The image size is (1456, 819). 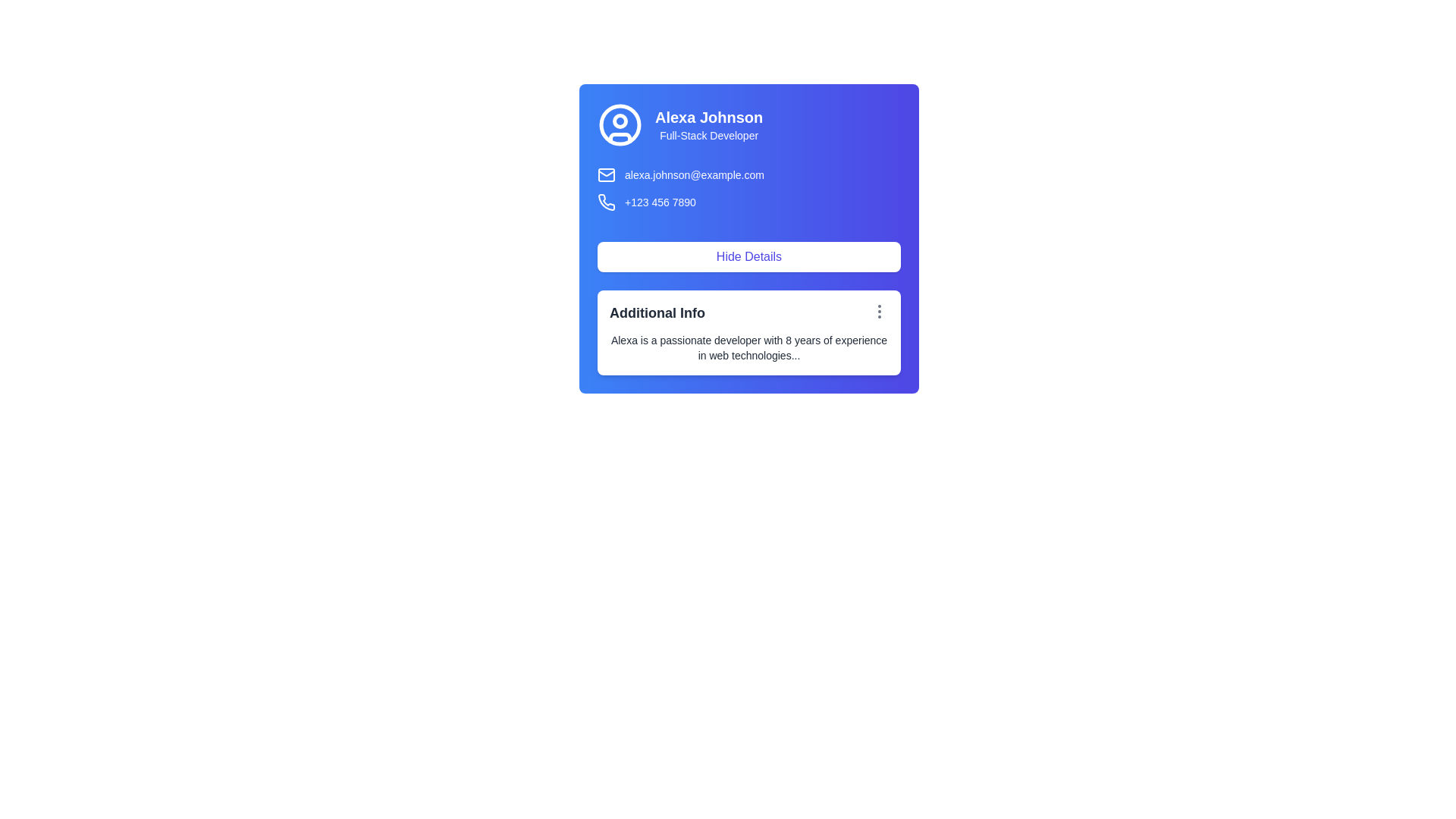 I want to click on the text element displaying the user's email address, which is visually indicated by an envelope icon, positioned above the phone number entry and below the user's name, so click(x=749, y=174).